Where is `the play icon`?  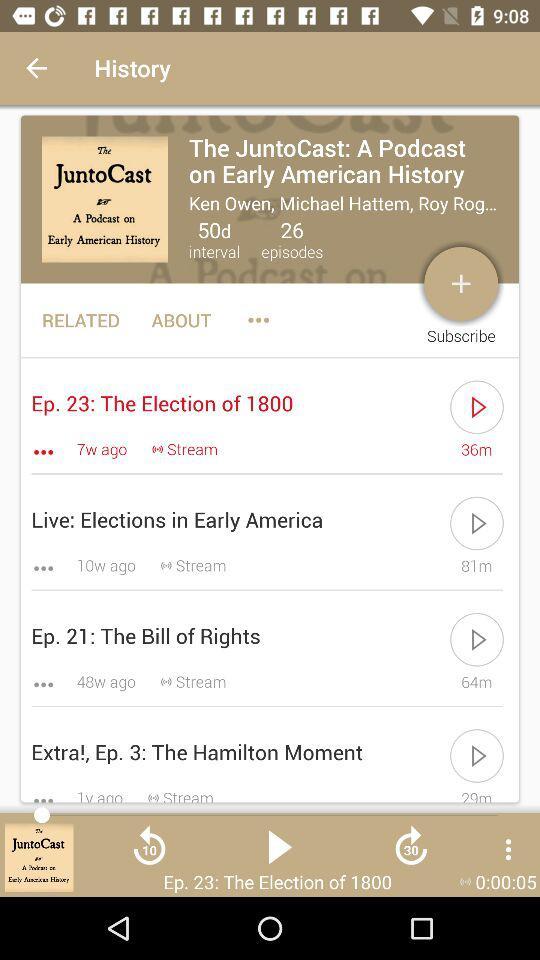 the play icon is located at coordinates (279, 853).